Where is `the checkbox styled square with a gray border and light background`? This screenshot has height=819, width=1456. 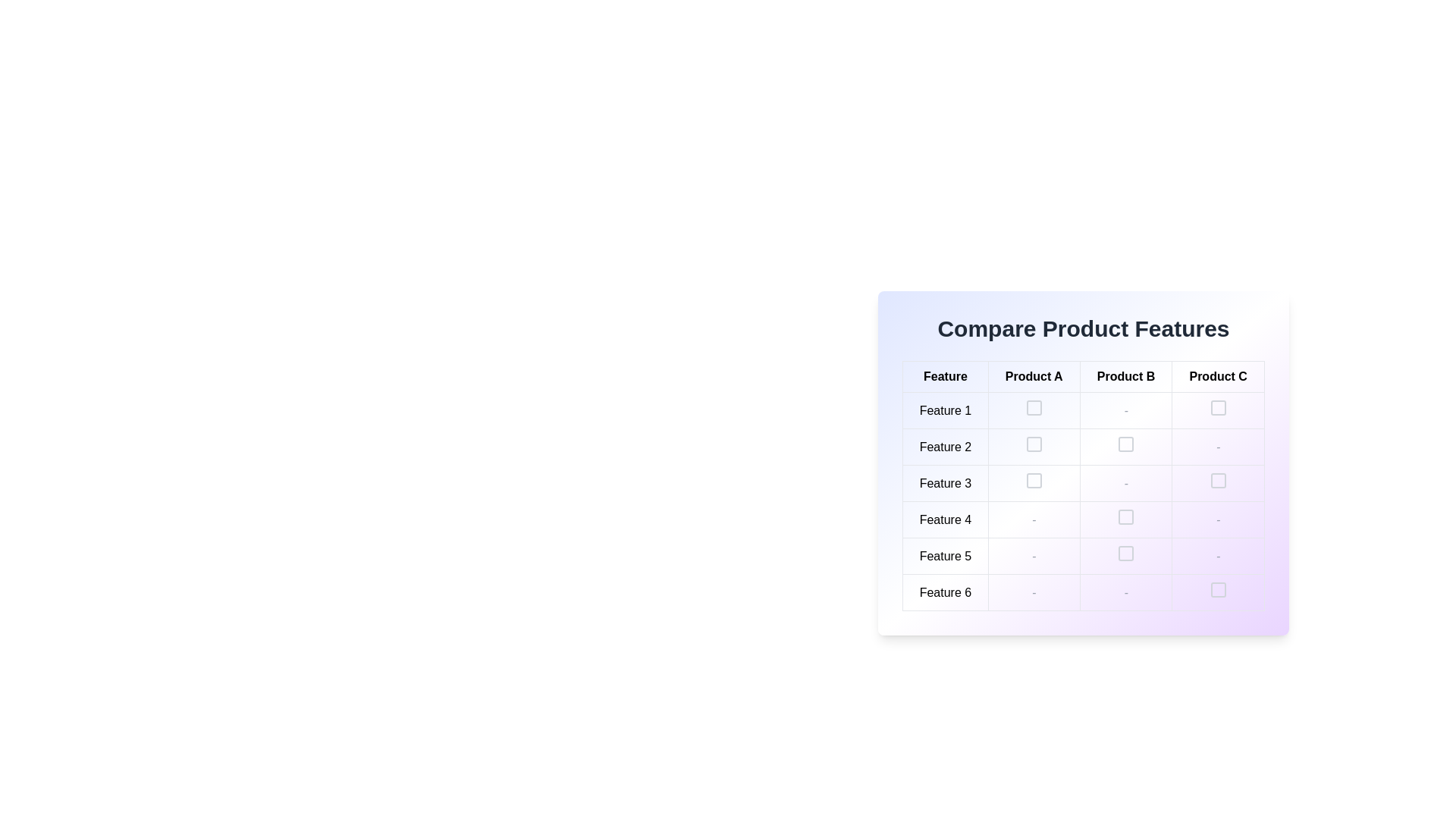 the checkbox styled square with a gray border and light background is located at coordinates (1126, 444).